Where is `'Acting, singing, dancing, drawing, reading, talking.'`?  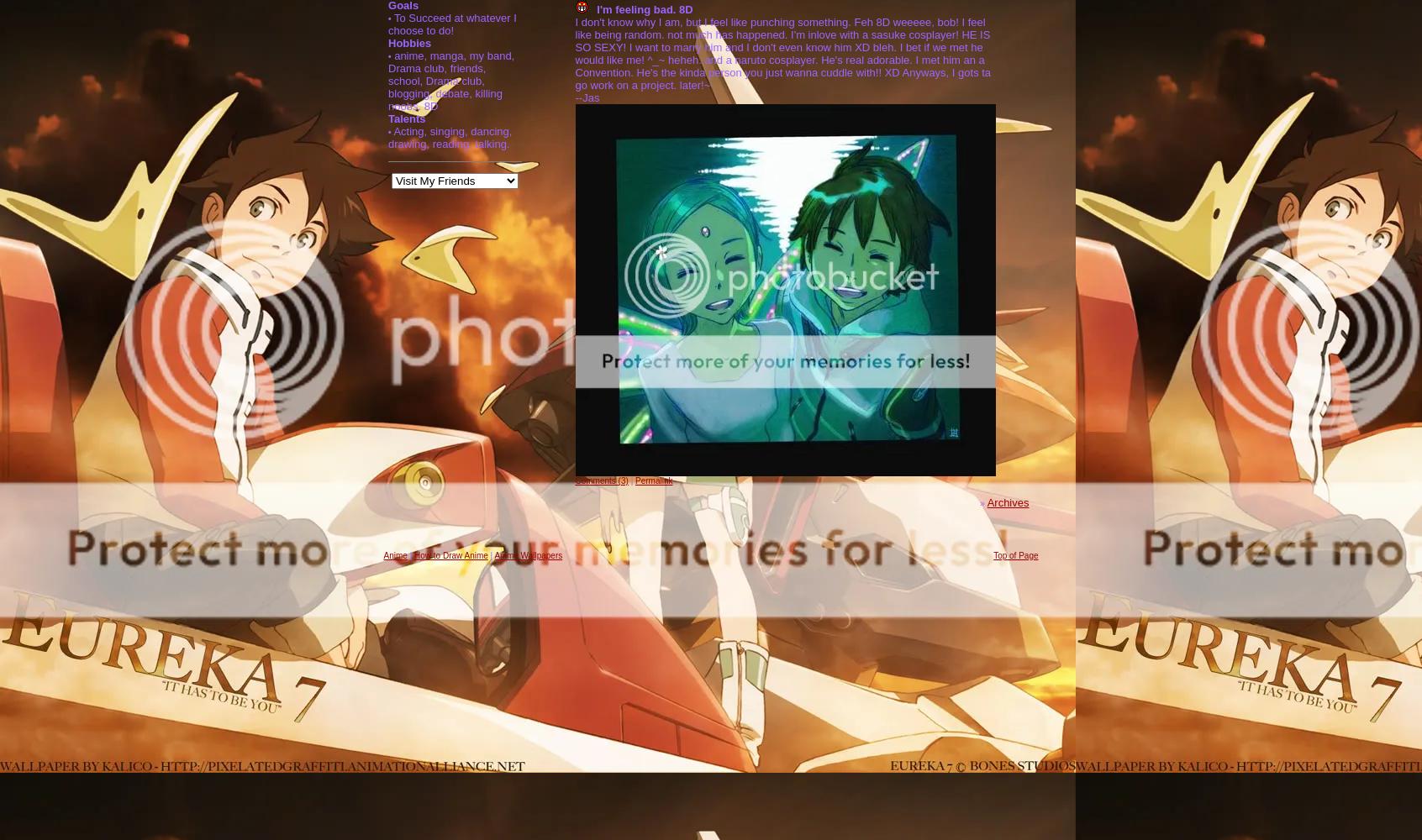 'Acting, singing, dancing, drawing, reading, talking.' is located at coordinates (450, 138).